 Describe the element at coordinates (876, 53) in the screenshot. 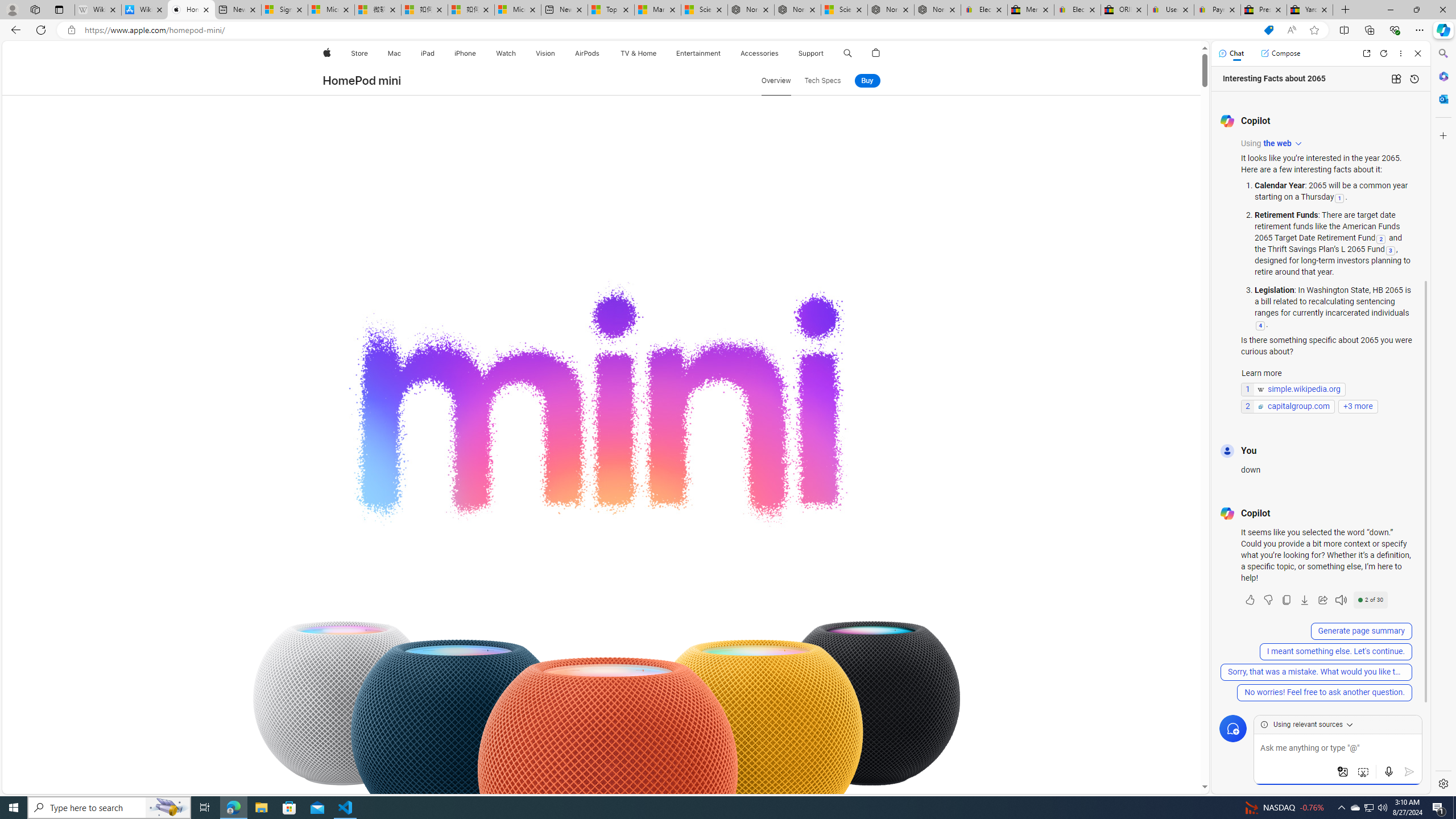

I see `'AutomationID: globalnav-bag'` at that location.